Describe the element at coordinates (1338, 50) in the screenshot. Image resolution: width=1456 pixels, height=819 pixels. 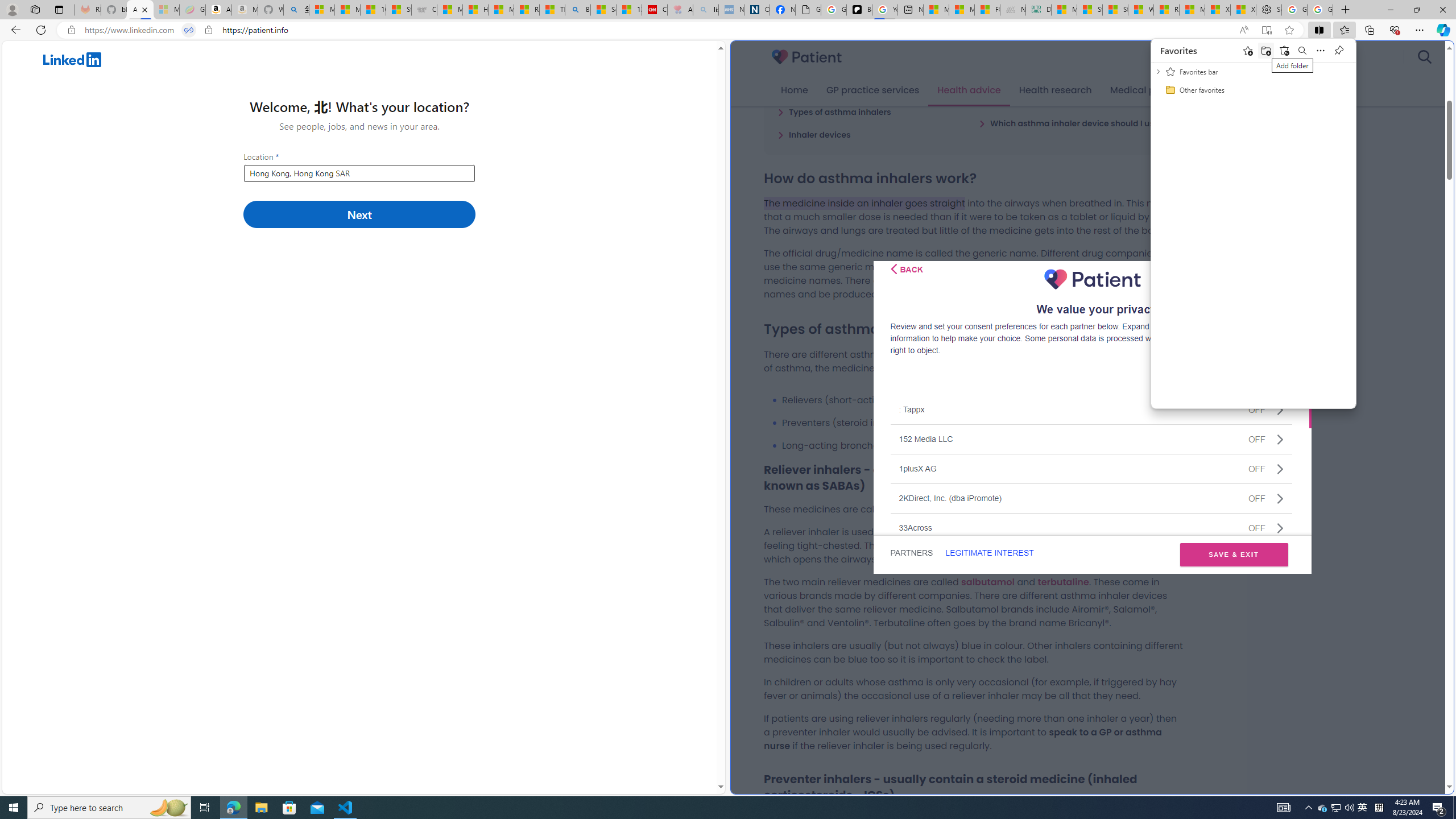
I see `'Pin favorites'` at that location.